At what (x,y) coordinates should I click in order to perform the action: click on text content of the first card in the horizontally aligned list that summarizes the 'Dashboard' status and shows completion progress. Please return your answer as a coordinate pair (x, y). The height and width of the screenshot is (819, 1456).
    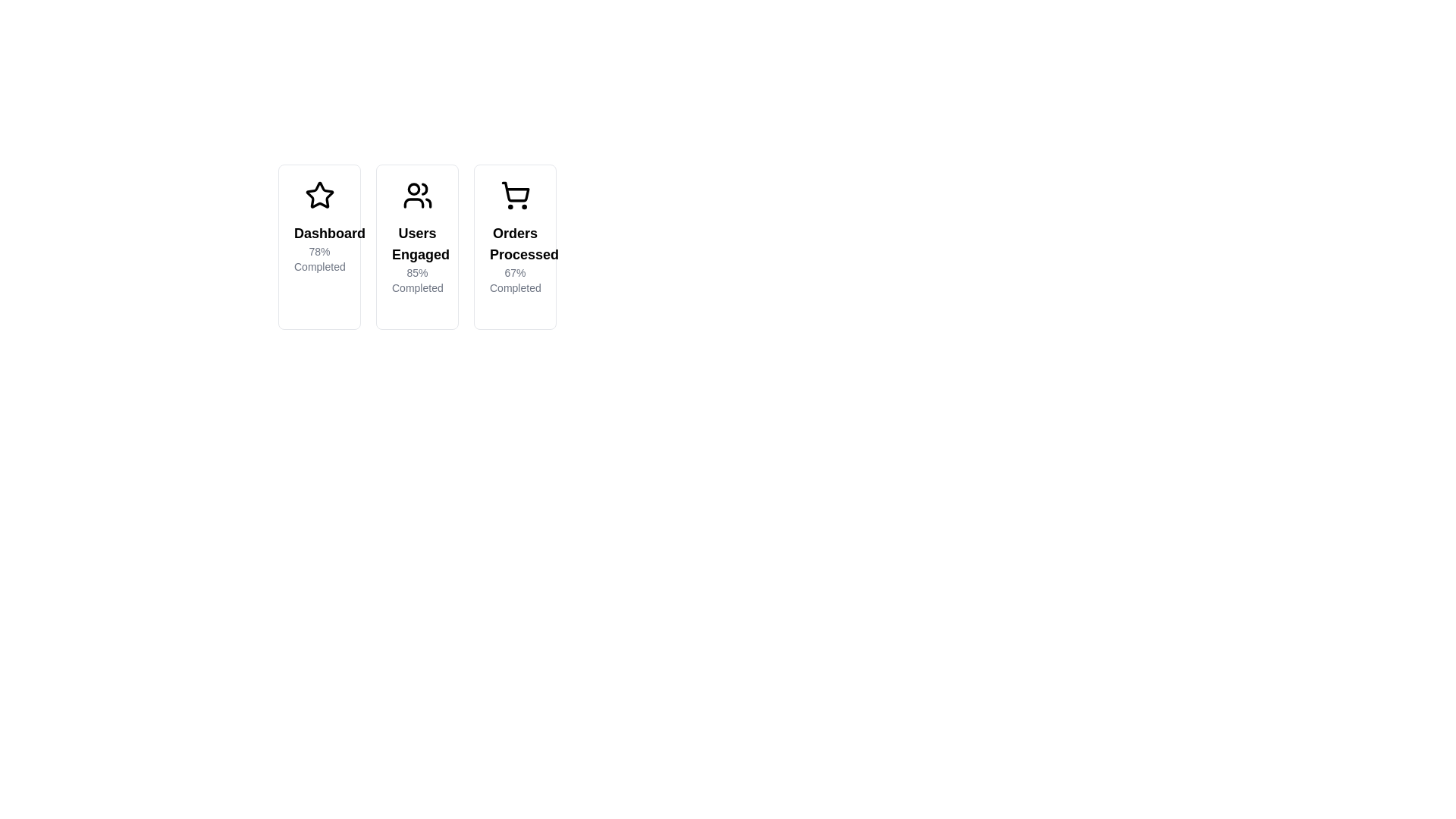
    Looking at the image, I should click on (318, 246).